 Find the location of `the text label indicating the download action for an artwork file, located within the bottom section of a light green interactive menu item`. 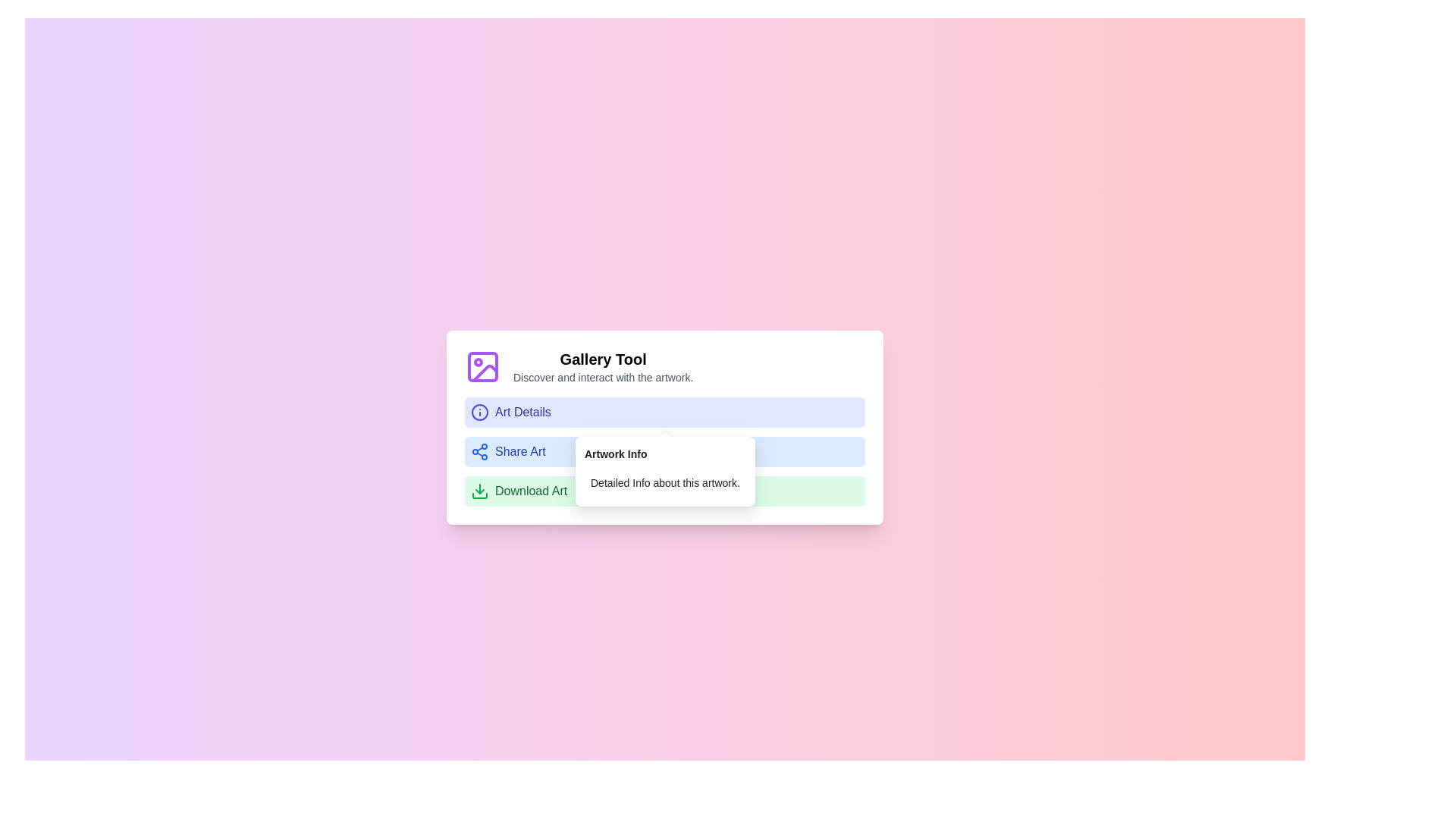

the text label indicating the download action for an artwork file, located within the bottom section of a light green interactive menu item is located at coordinates (531, 491).